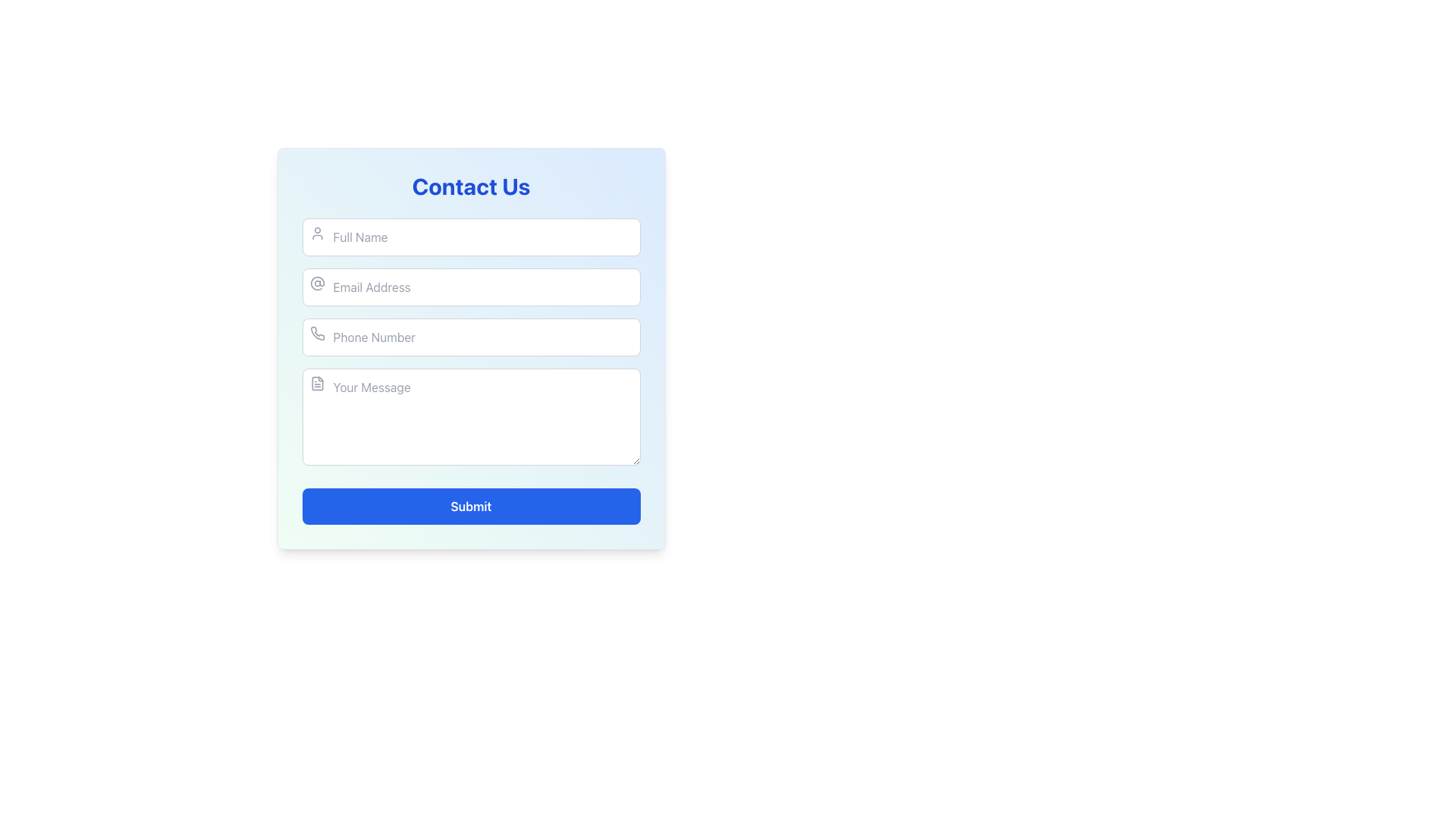  I want to click on the phone receiver icon, which is an SVG graphic representation styled with a rounded outline, located to the left of the 'Phone Number' text input field in the 'Contact Us' form, so click(316, 332).